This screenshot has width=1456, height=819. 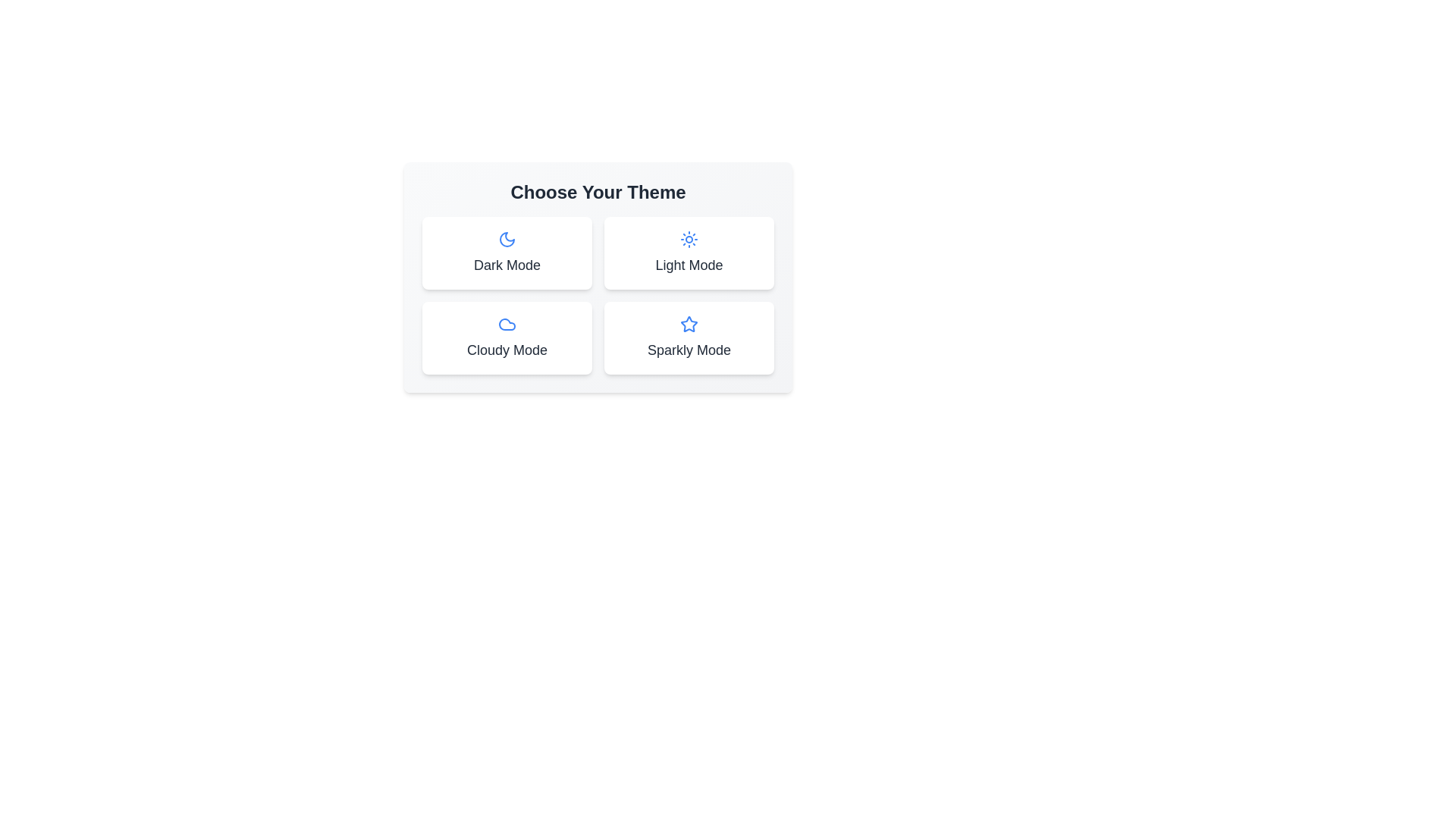 What do you see at coordinates (688, 253) in the screenshot?
I see `the white rectangular button with a sun icon and the text 'Light Mode'` at bounding box center [688, 253].